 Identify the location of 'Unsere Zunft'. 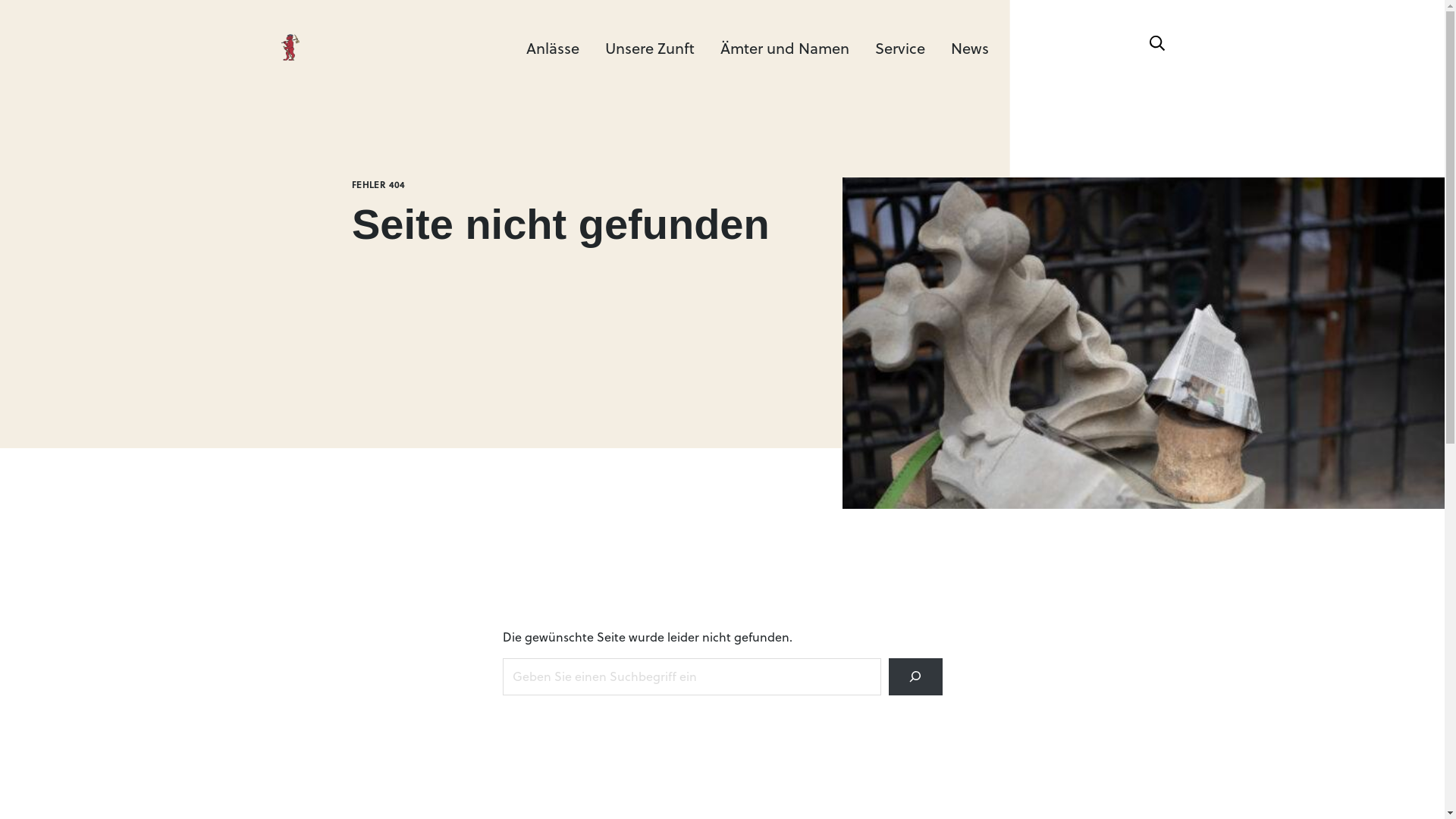
(650, 46).